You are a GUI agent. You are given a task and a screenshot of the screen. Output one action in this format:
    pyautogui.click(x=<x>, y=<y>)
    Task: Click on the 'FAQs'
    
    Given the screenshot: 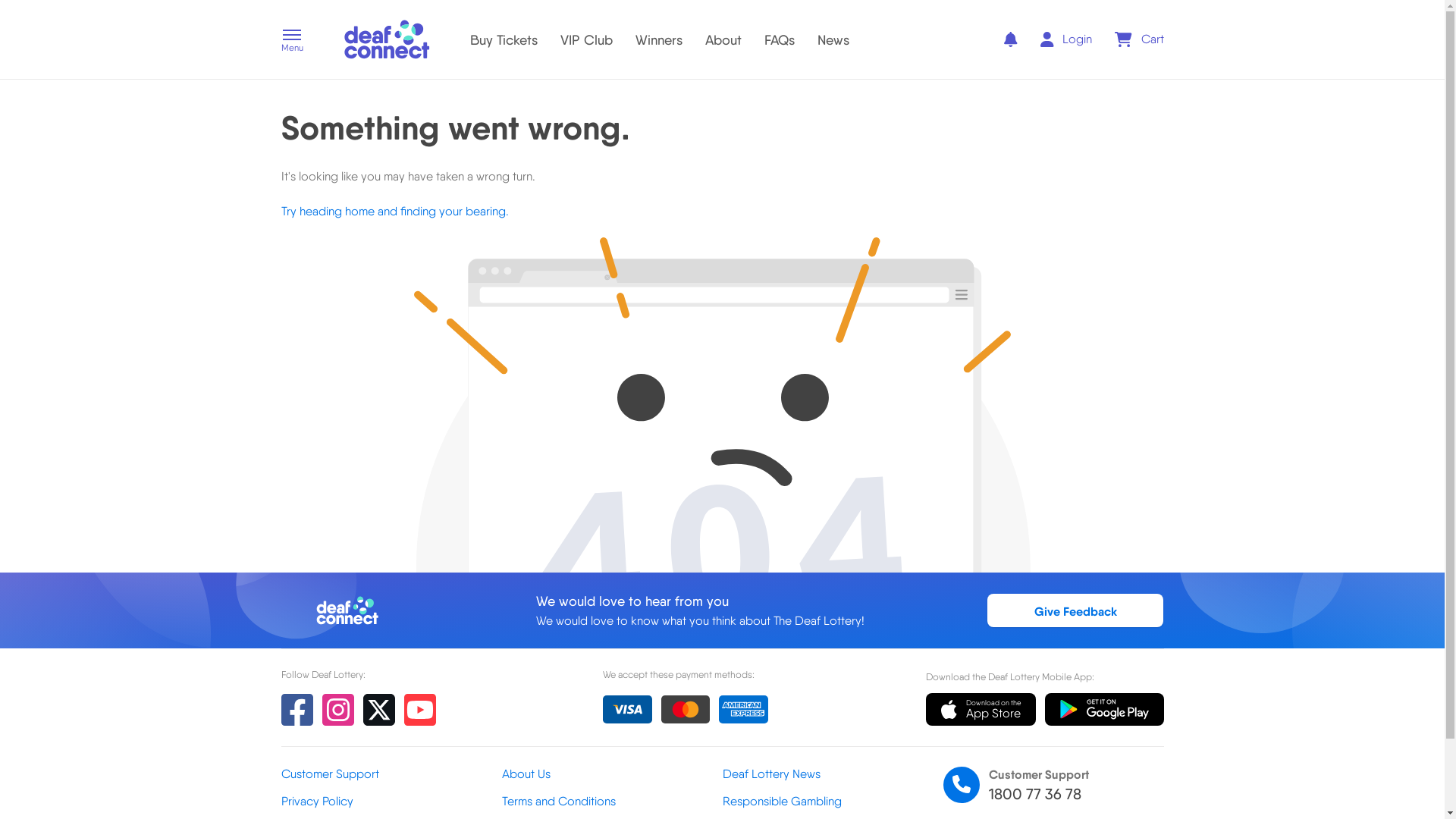 What is the action you would take?
    pyautogui.click(x=764, y=38)
    